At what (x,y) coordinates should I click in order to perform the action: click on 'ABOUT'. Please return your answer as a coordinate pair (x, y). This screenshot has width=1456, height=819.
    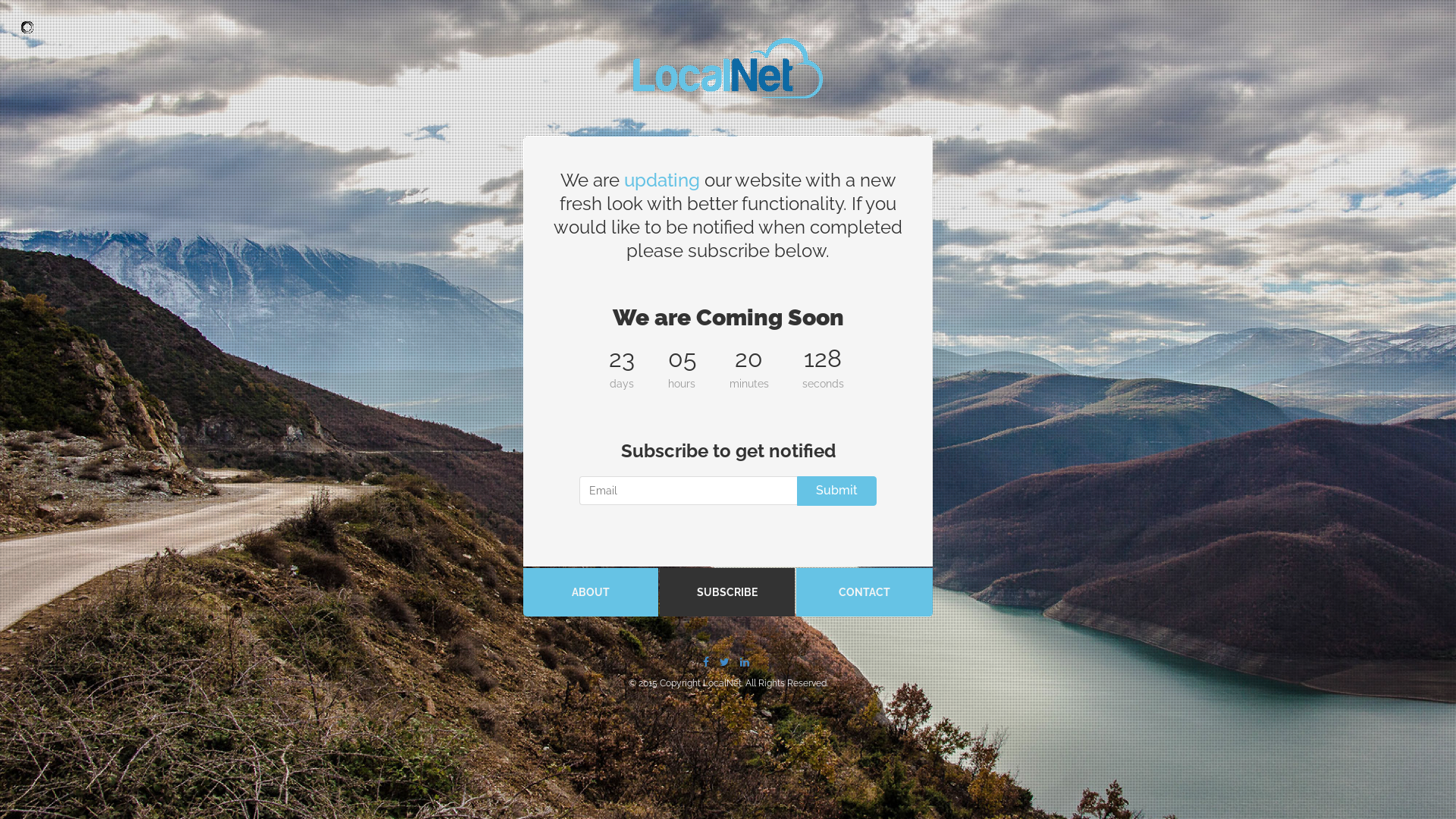
    Looking at the image, I should click on (589, 591).